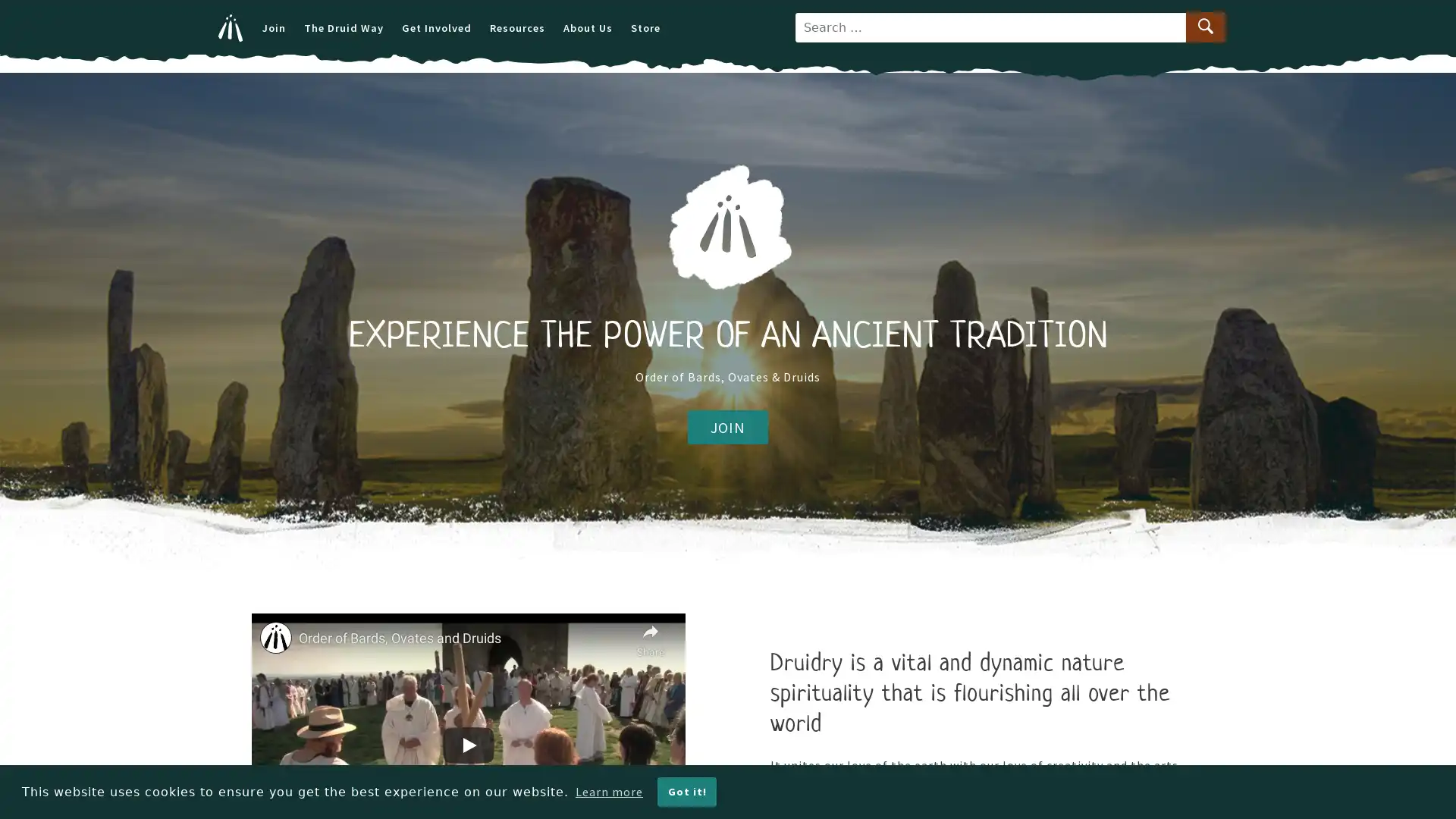 The image size is (1456, 819). I want to click on learn more about cookies, so click(608, 791).